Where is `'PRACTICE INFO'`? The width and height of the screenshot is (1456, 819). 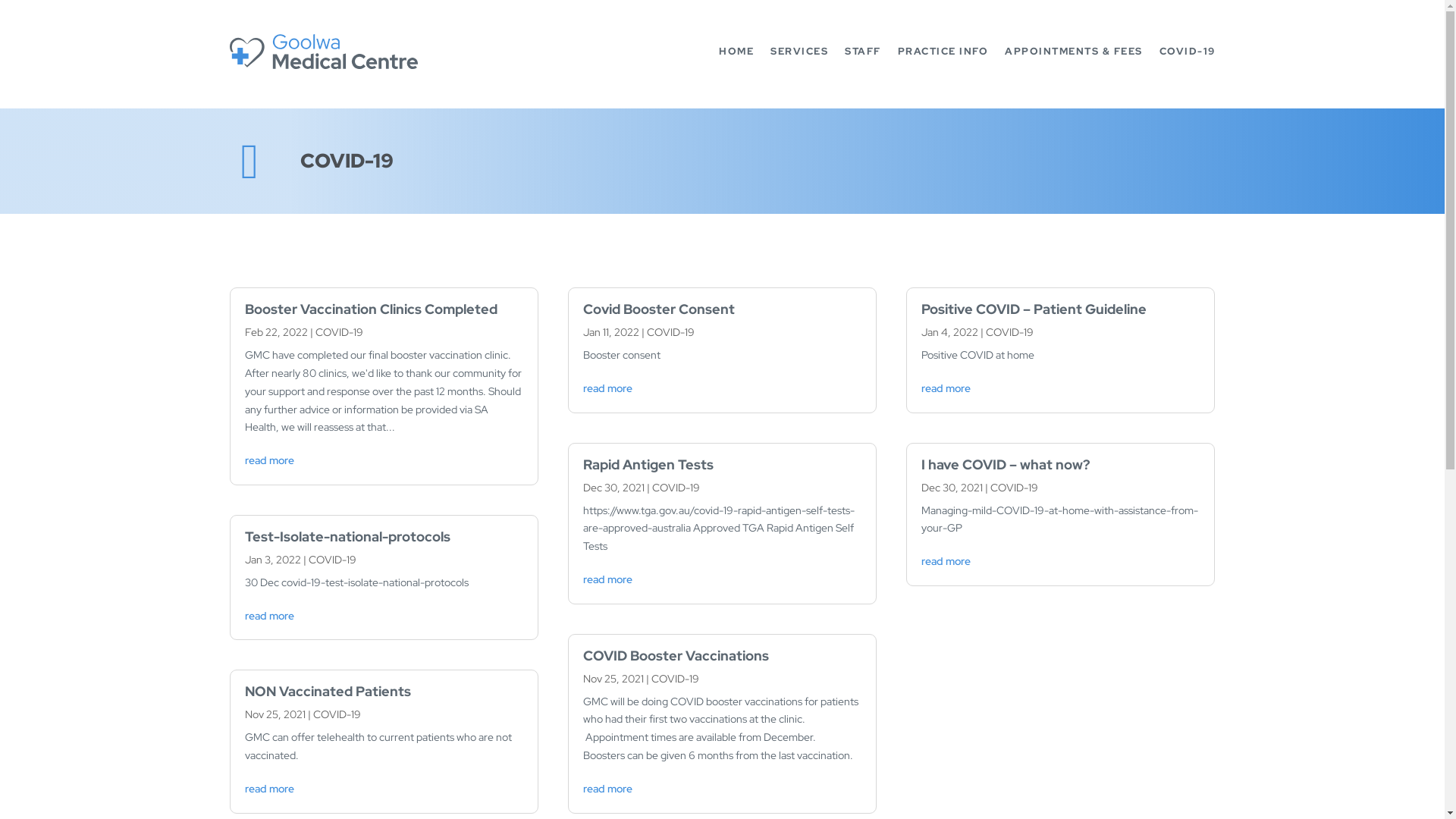
'PRACTICE INFO' is located at coordinates (942, 51).